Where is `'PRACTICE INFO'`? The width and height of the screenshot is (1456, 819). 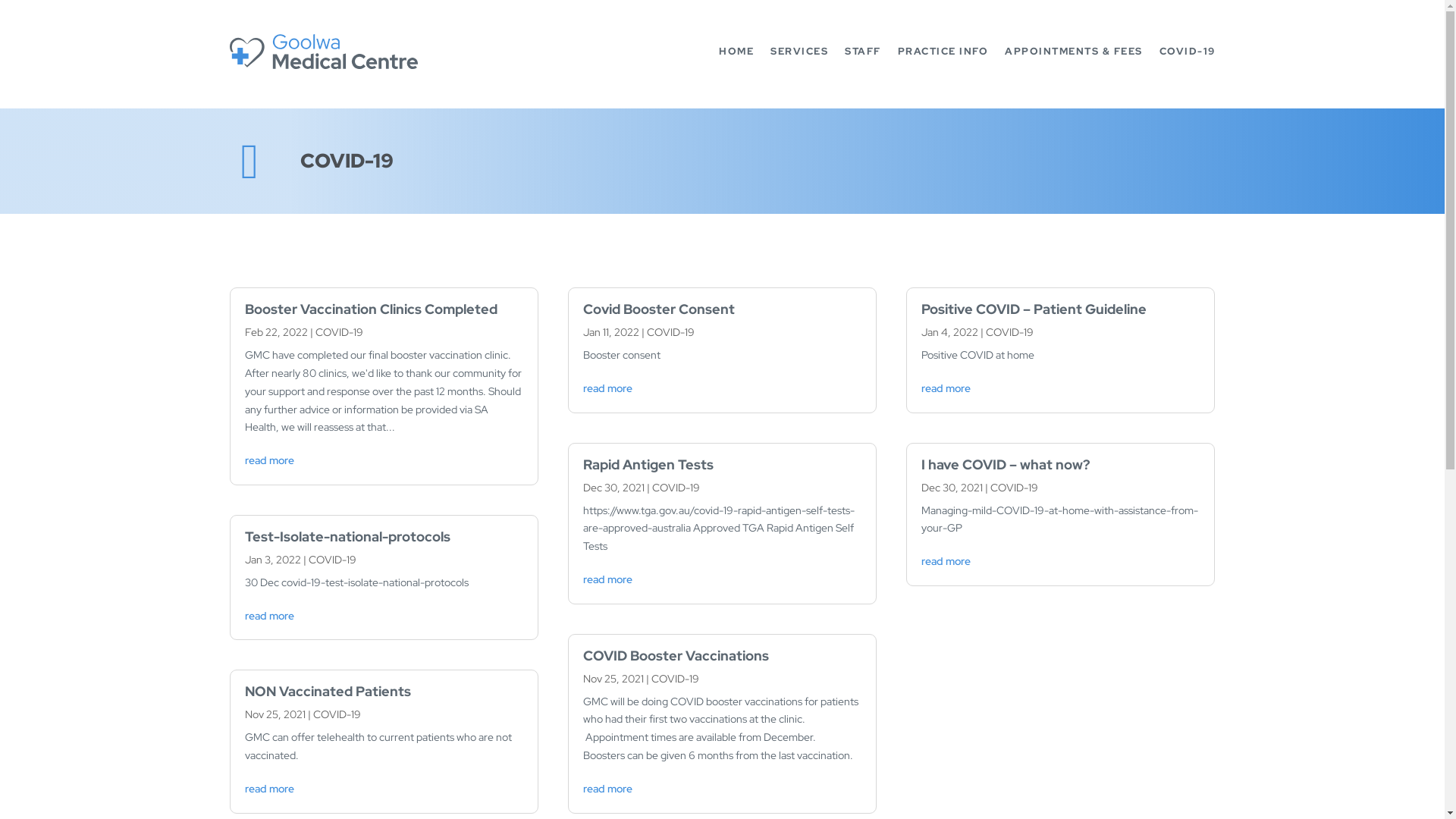
'PRACTICE INFO' is located at coordinates (942, 51).